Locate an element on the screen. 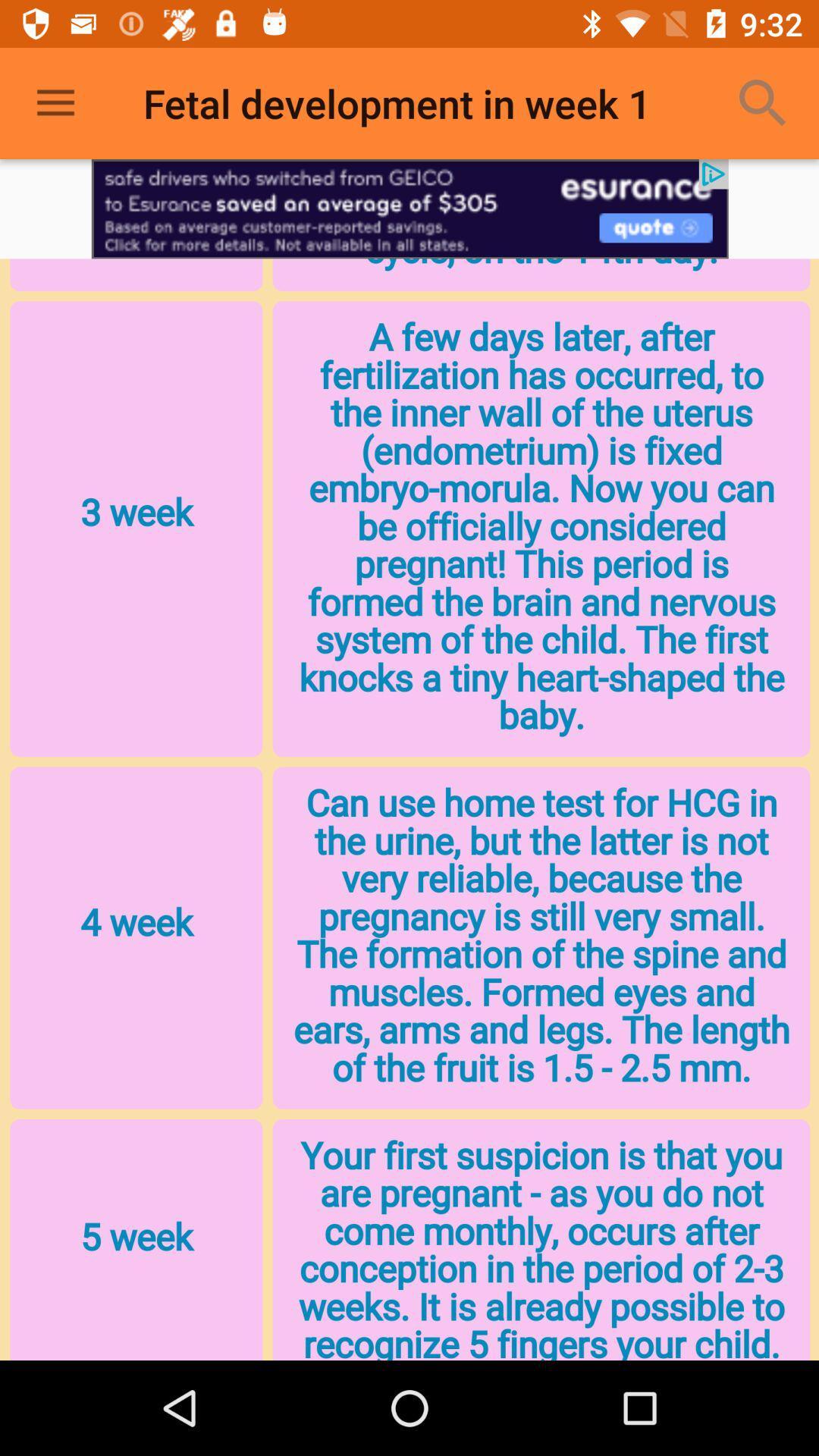  advertising is located at coordinates (409, 208).